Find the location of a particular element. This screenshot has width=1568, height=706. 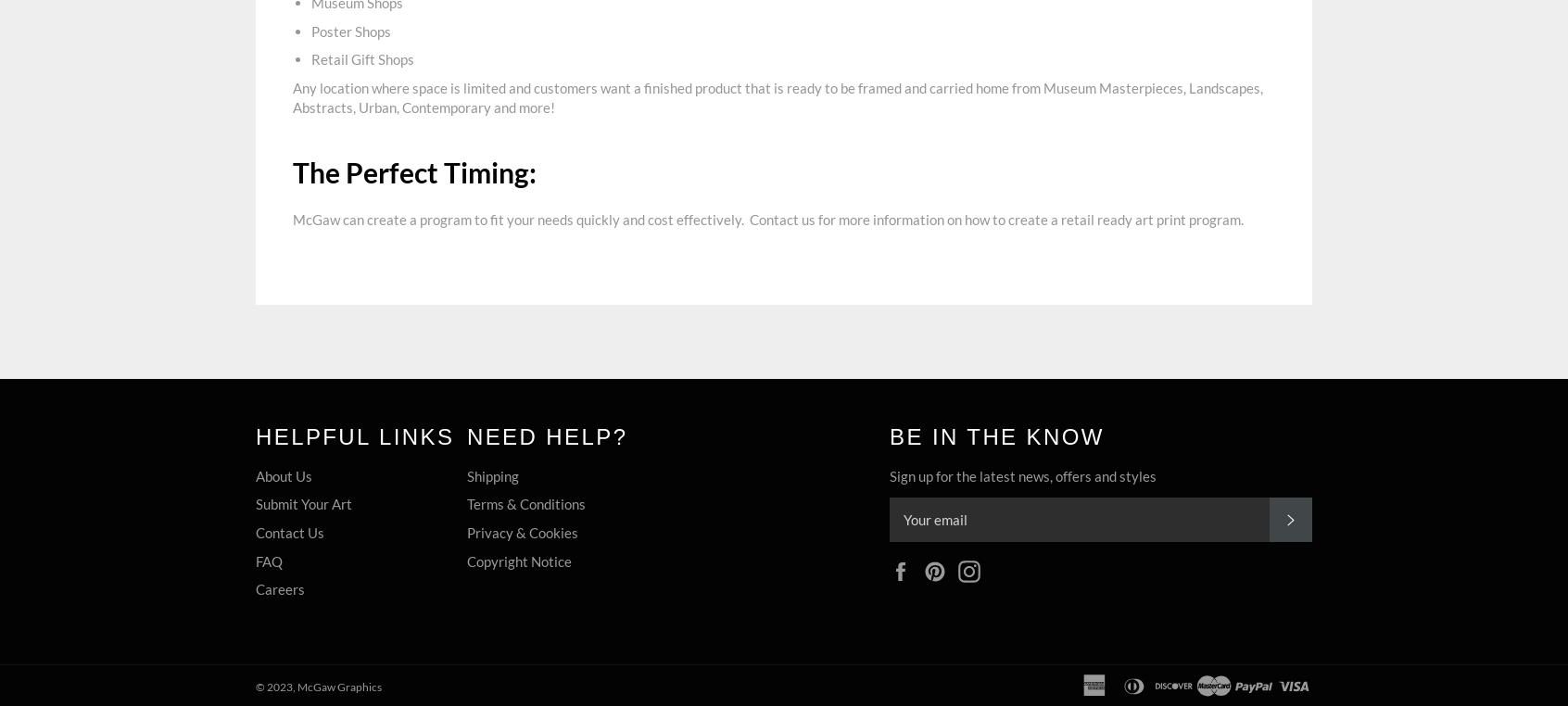

'The Perfect Timing:' is located at coordinates (413, 171).